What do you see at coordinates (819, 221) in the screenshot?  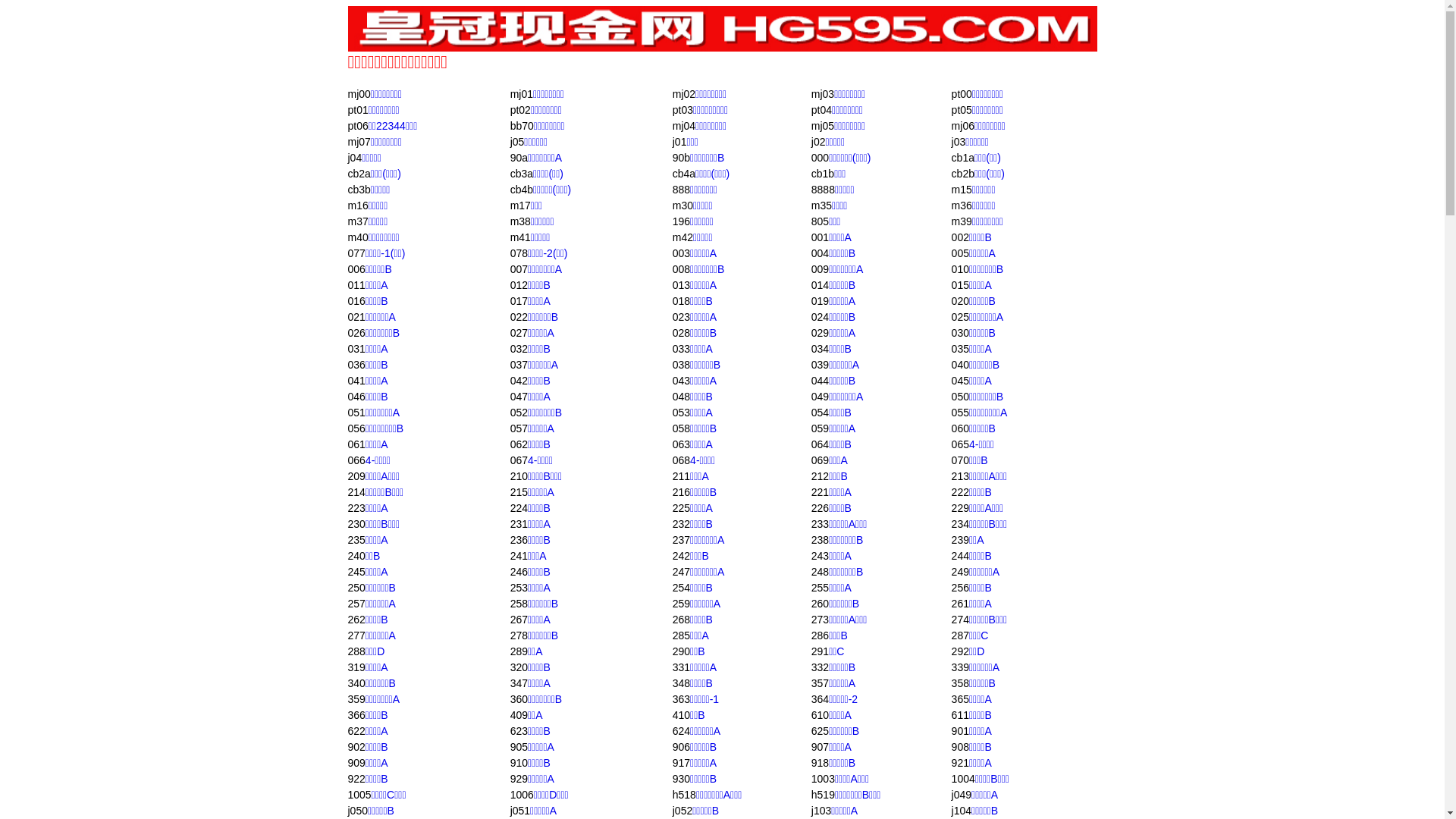 I see `'805'` at bounding box center [819, 221].